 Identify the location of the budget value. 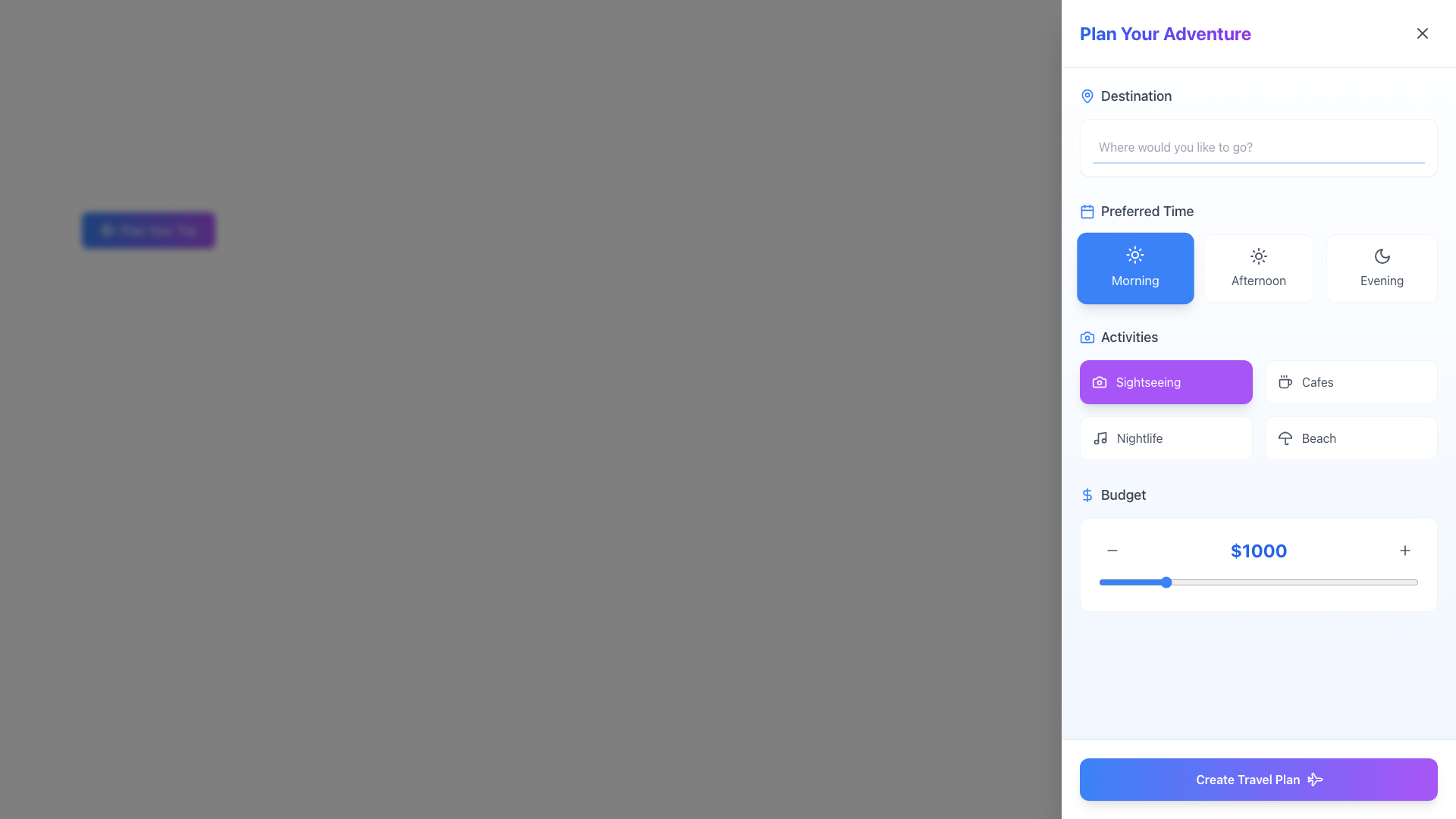
(1260, 581).